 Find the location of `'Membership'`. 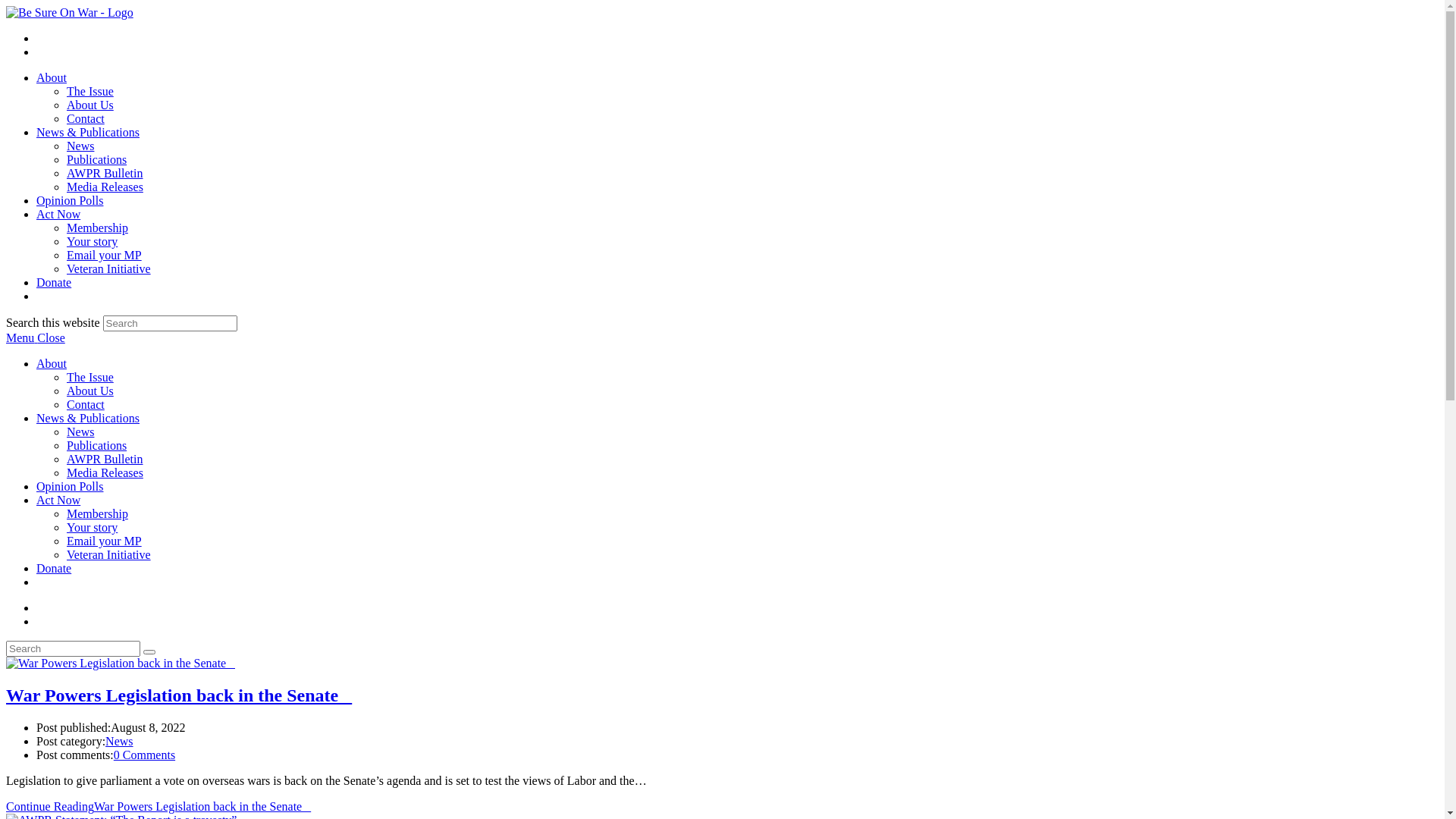

'Membership' is located at coordinates (96, 513).